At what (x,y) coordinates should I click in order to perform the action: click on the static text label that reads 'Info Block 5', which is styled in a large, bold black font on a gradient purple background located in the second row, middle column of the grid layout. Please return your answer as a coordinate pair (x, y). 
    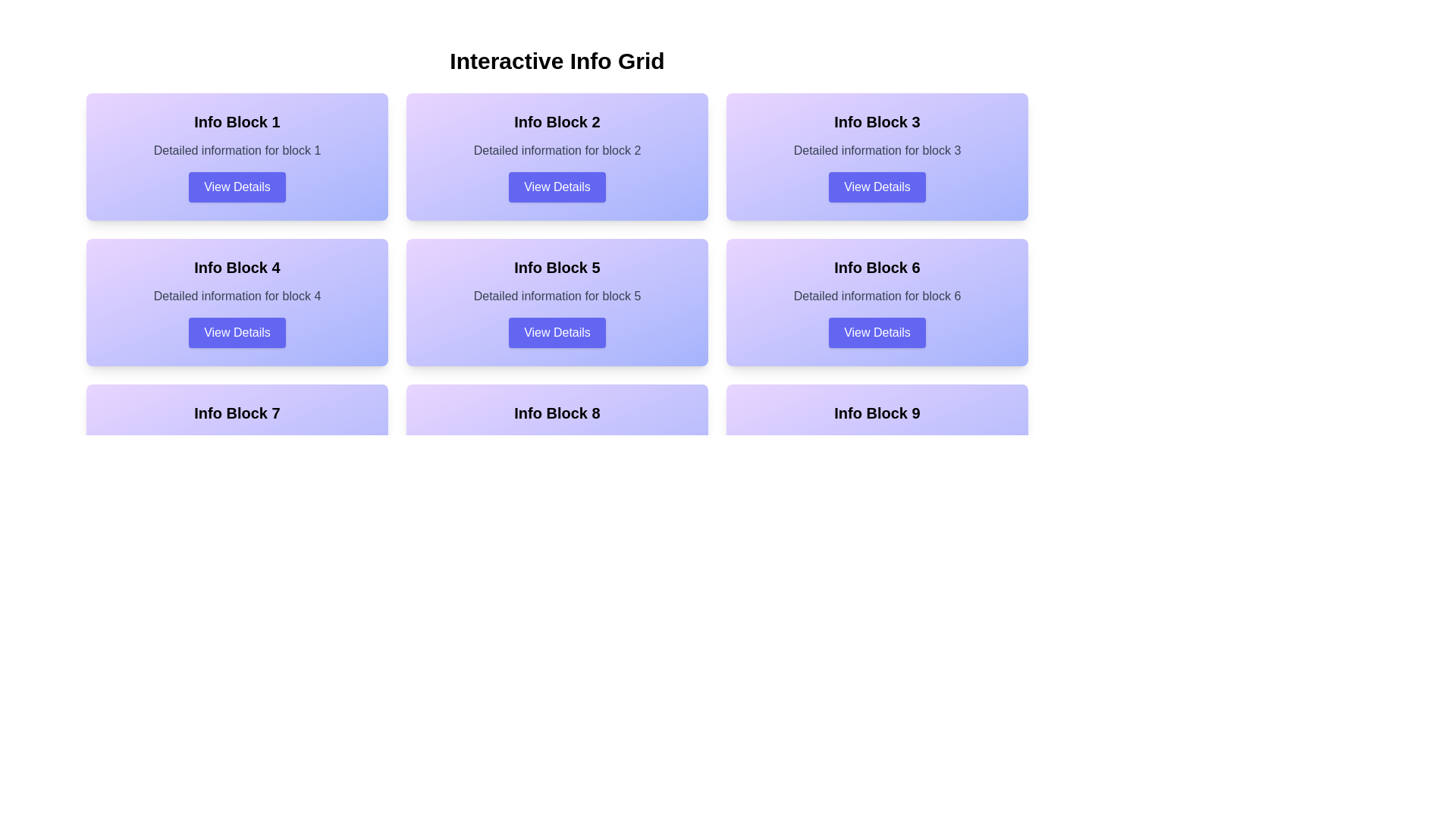
    Looking at the image, I should click on (556, 267).